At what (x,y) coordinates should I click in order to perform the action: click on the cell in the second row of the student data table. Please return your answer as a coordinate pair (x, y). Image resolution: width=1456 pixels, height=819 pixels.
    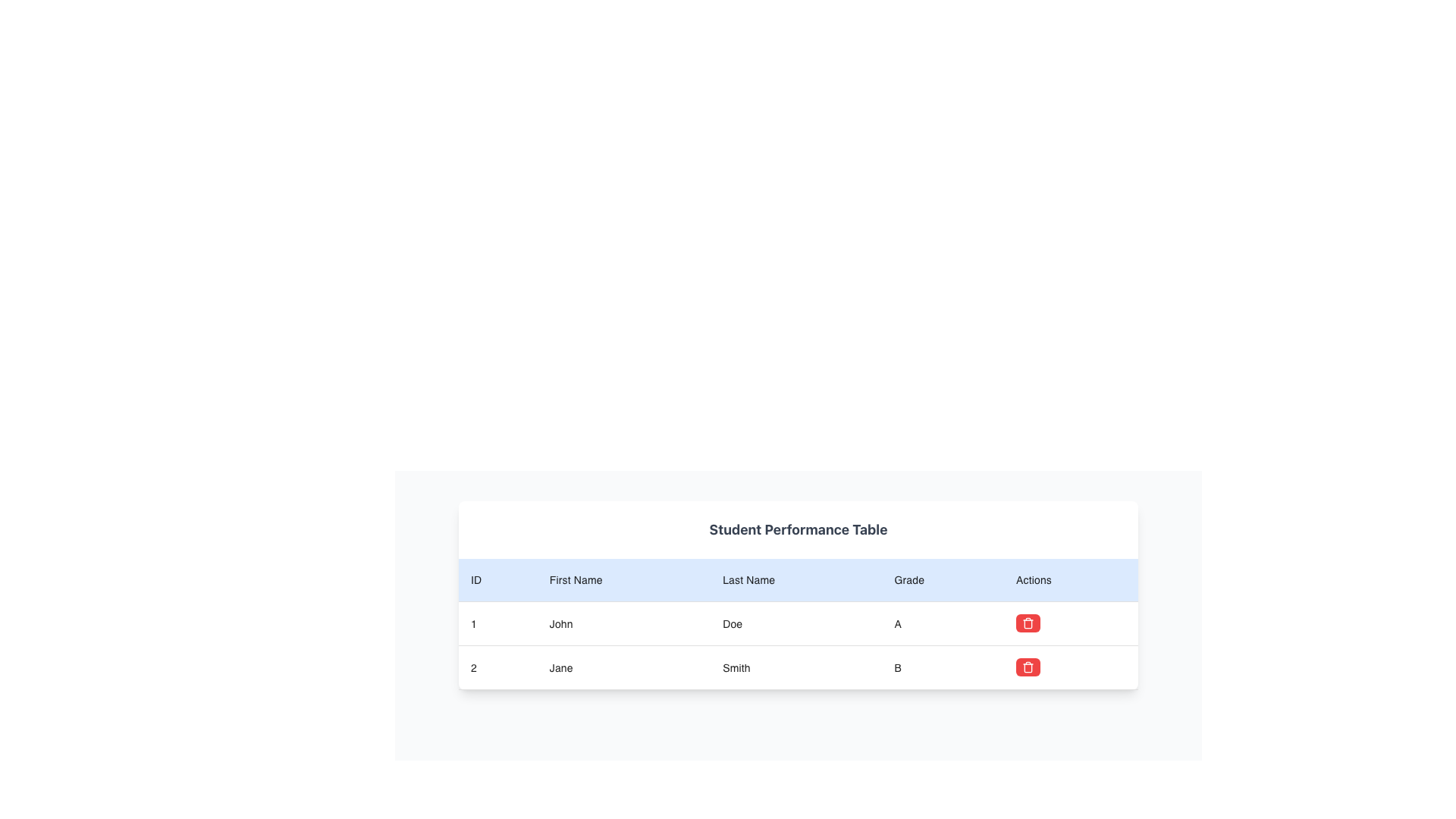
    Looking at the image, I should click on (797, 666).